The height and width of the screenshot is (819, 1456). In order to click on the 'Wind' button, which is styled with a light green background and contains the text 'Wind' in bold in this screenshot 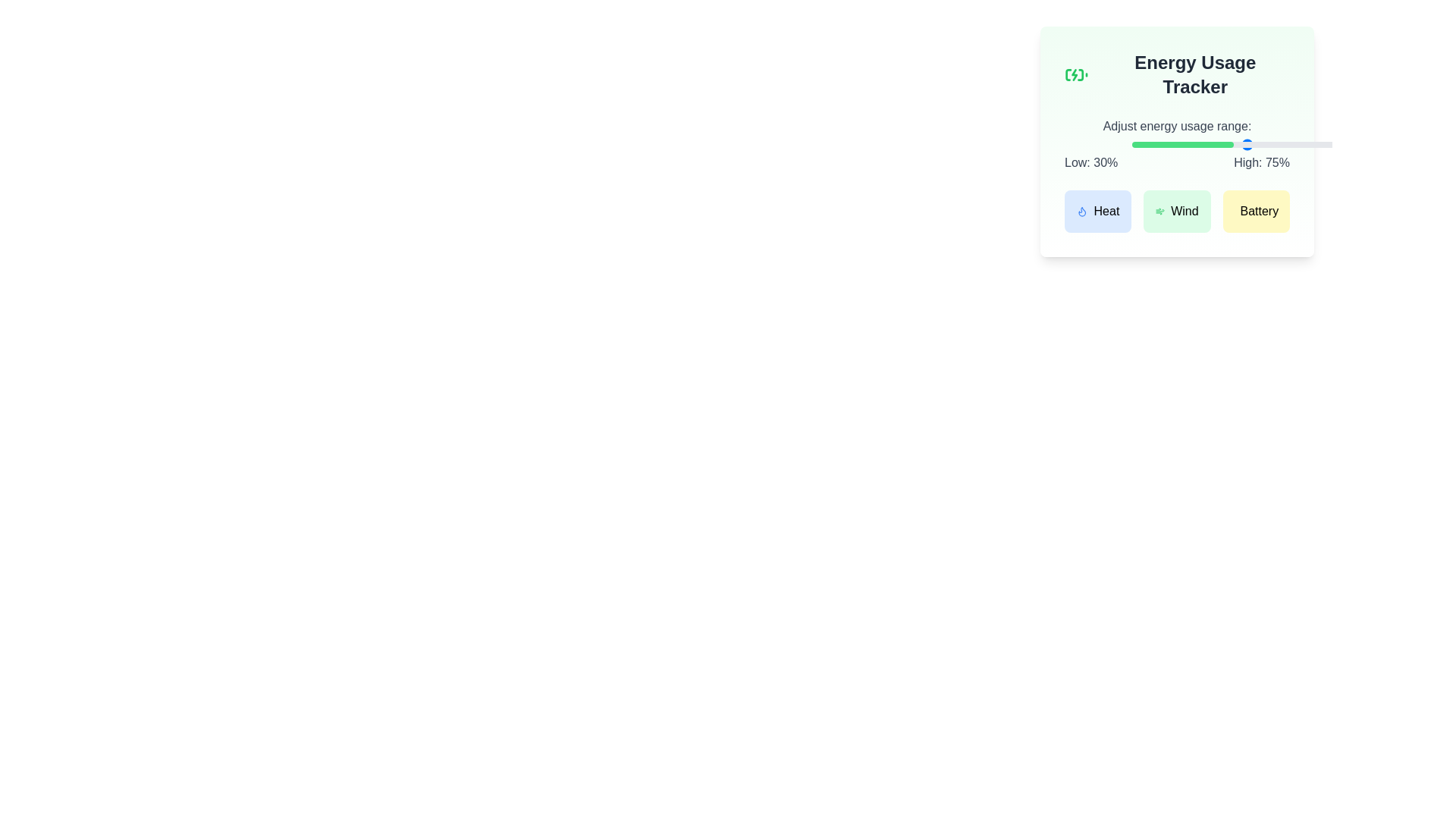, I will do `click(1184, 211)`.